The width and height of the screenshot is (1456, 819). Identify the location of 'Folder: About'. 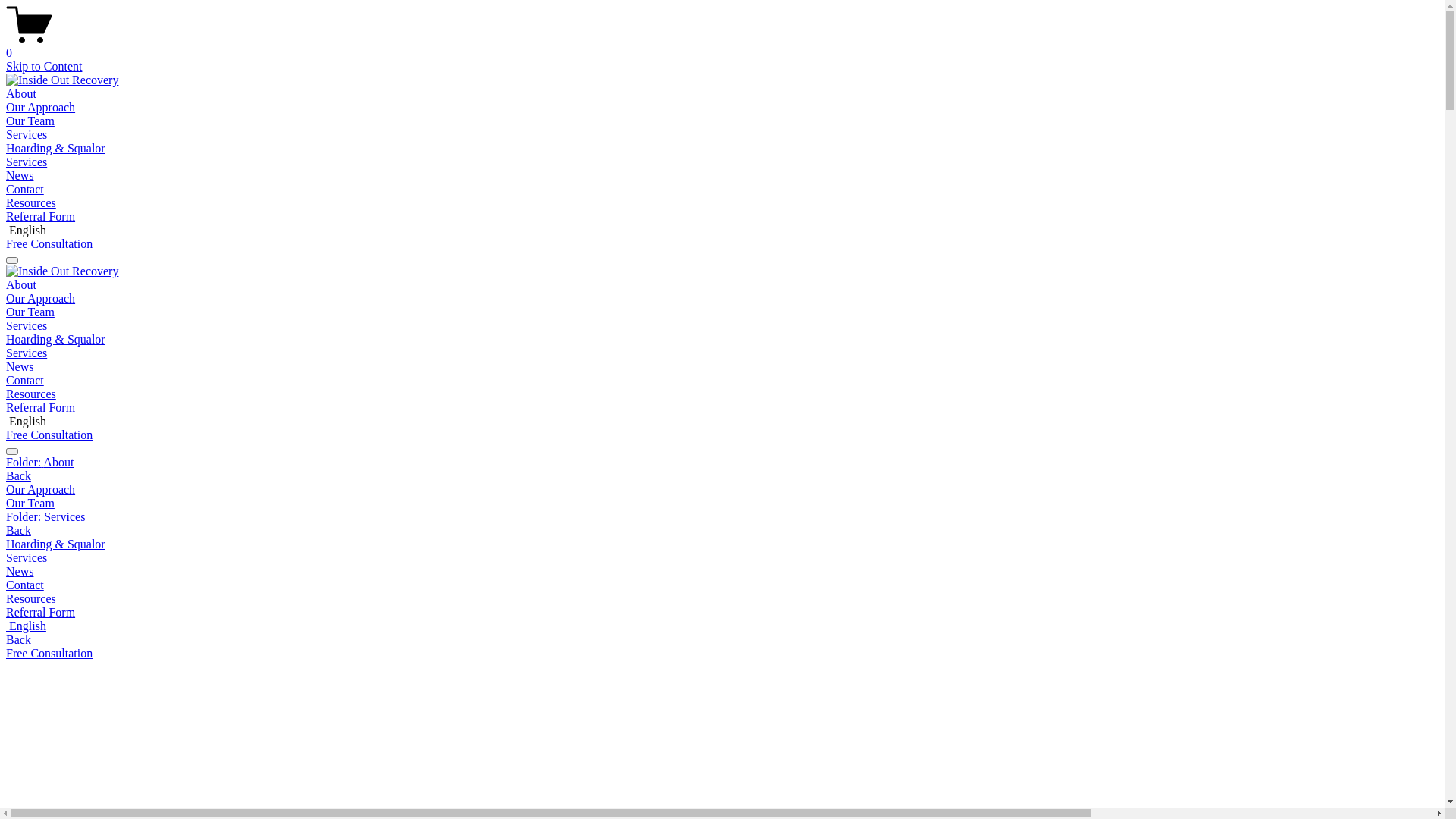
(6, 461).